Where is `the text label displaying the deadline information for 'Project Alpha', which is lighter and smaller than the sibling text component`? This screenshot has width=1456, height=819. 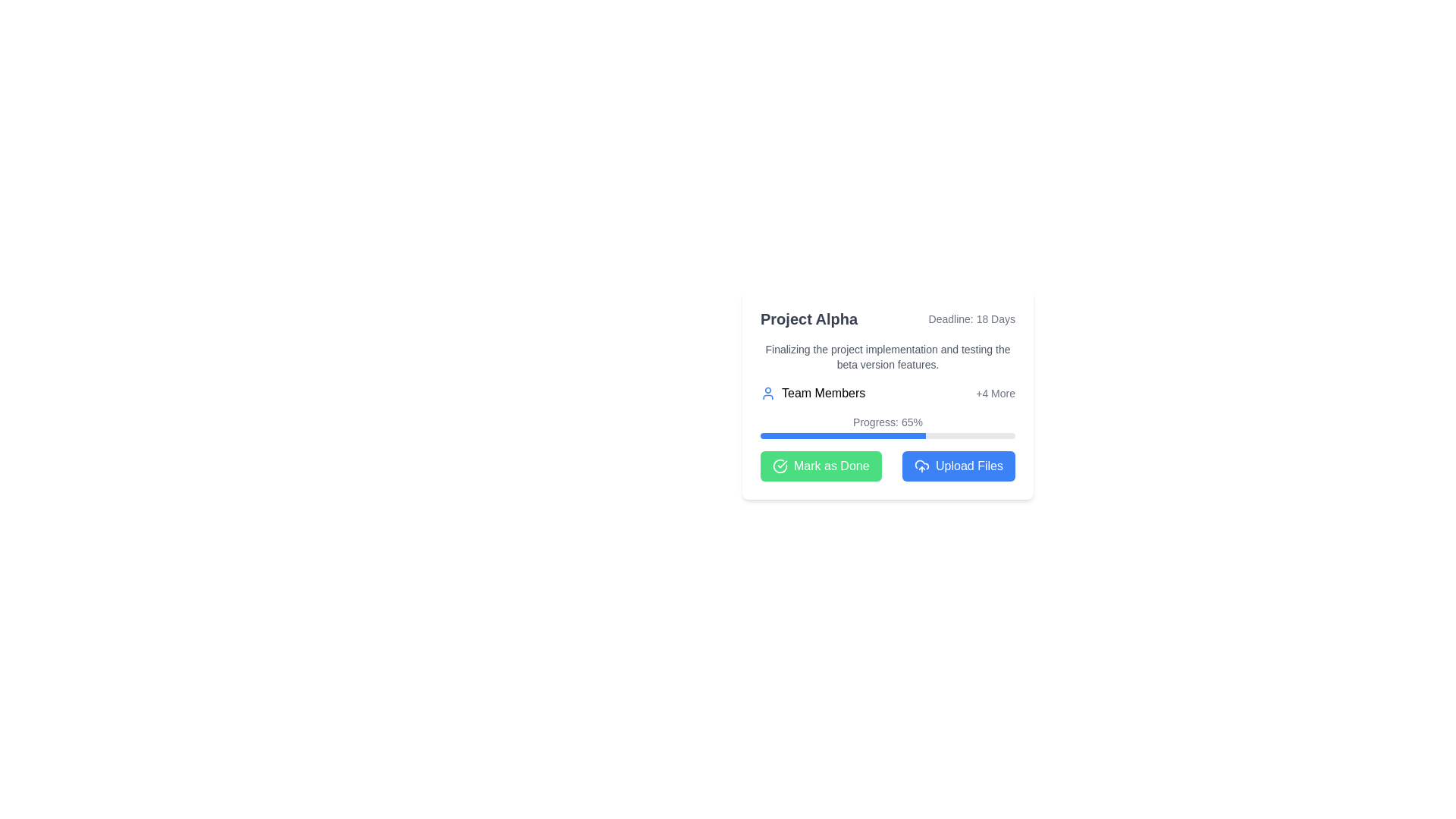 the text label displaying the deadline information for 'Project Alpha', which is lighter and smaller than the sibling text component is located at coordinates (971, 318).